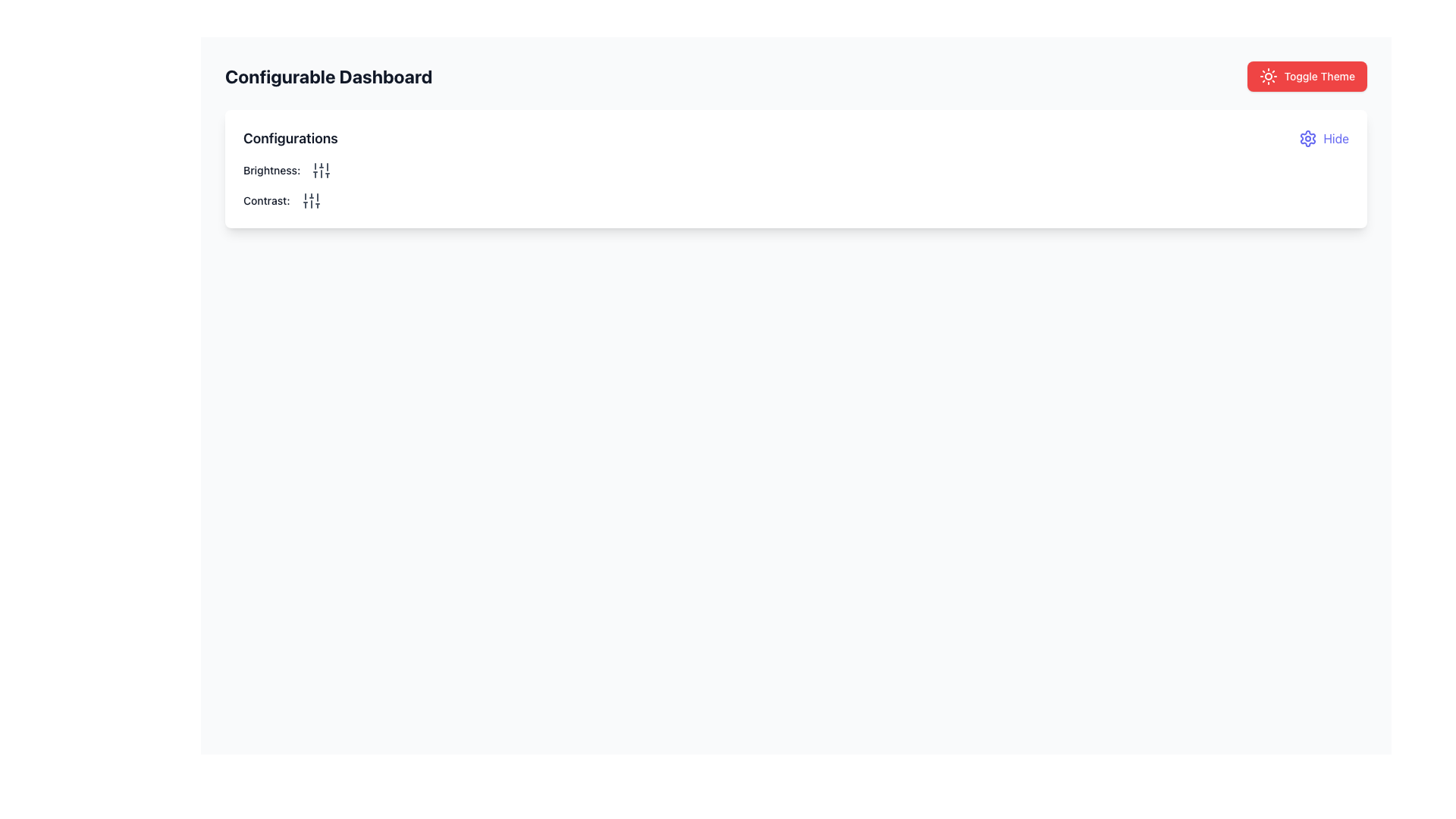 This screenshot has height=819, width=1456. What do you see at coordinates (271, 170) in the screenshot?
I see `the Text Label in the 'Configurations' section that indicates the purpose of the brightness adjustment controls` at bounding box center [271, 170].